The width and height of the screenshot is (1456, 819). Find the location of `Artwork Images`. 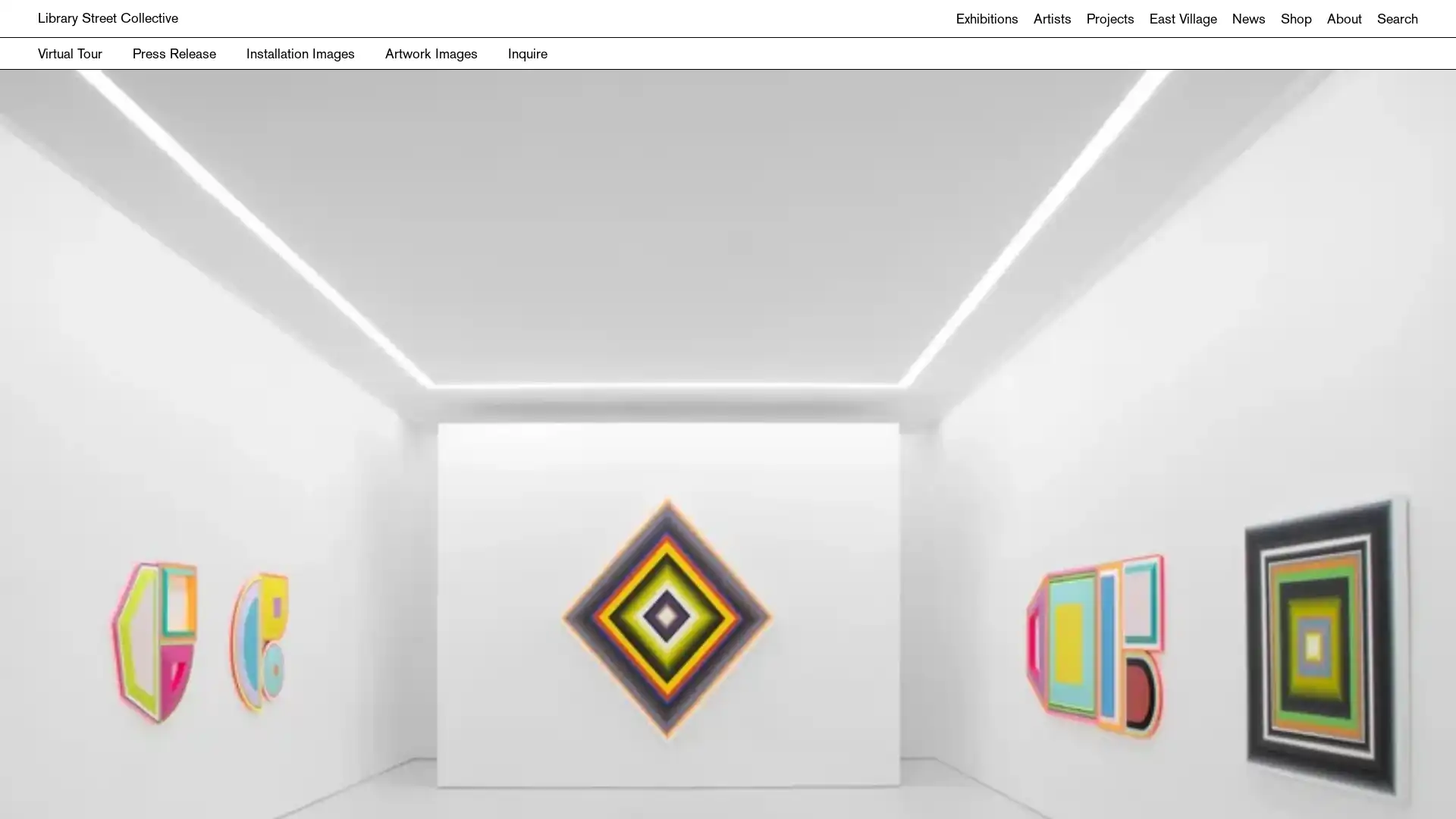

Artwork Images is located at coordinates (431, 52).